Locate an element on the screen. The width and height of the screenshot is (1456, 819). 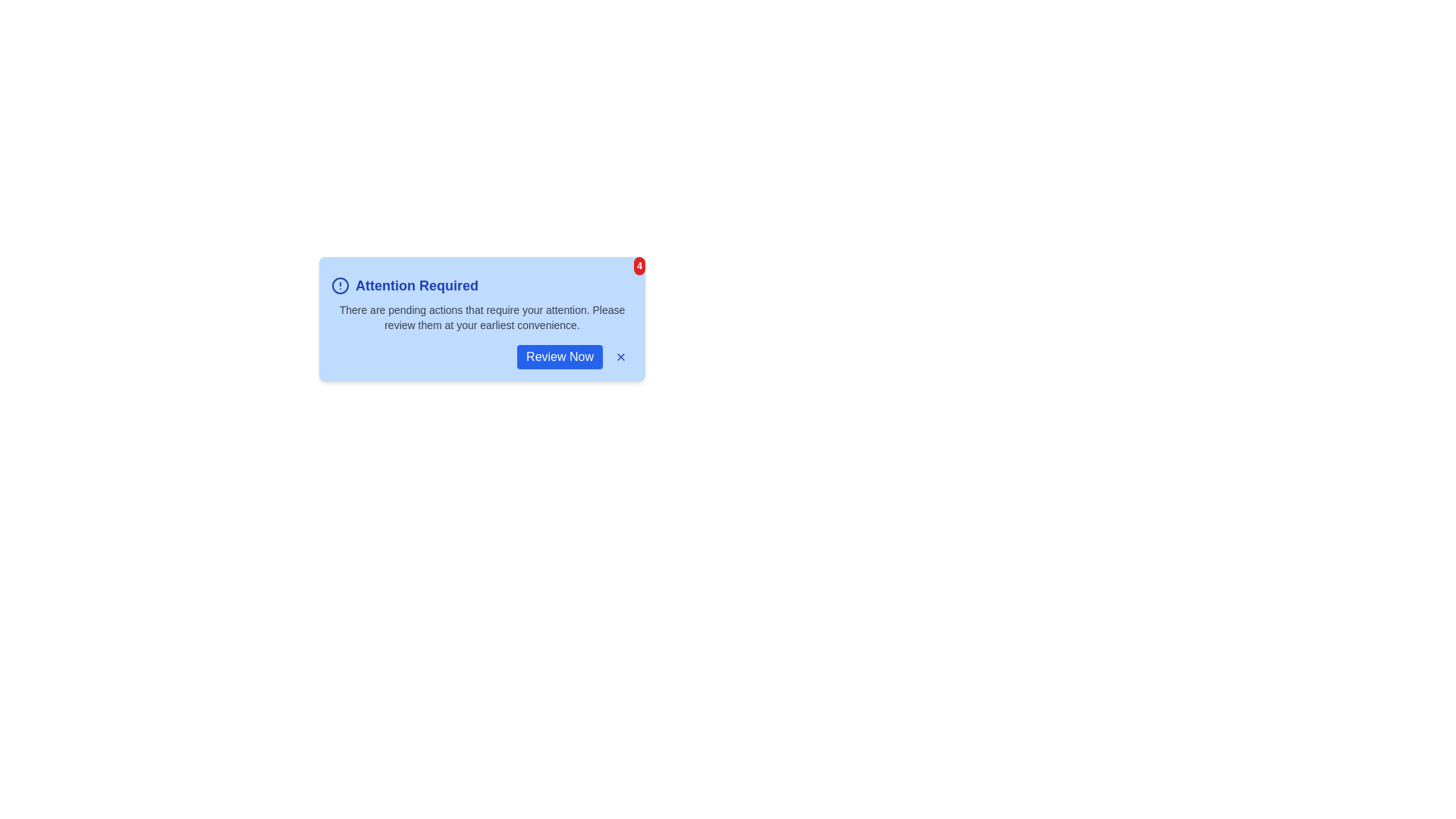
the bold blue text label reading 'Attention Required' to highlight it is located at coordinates (417, 286).